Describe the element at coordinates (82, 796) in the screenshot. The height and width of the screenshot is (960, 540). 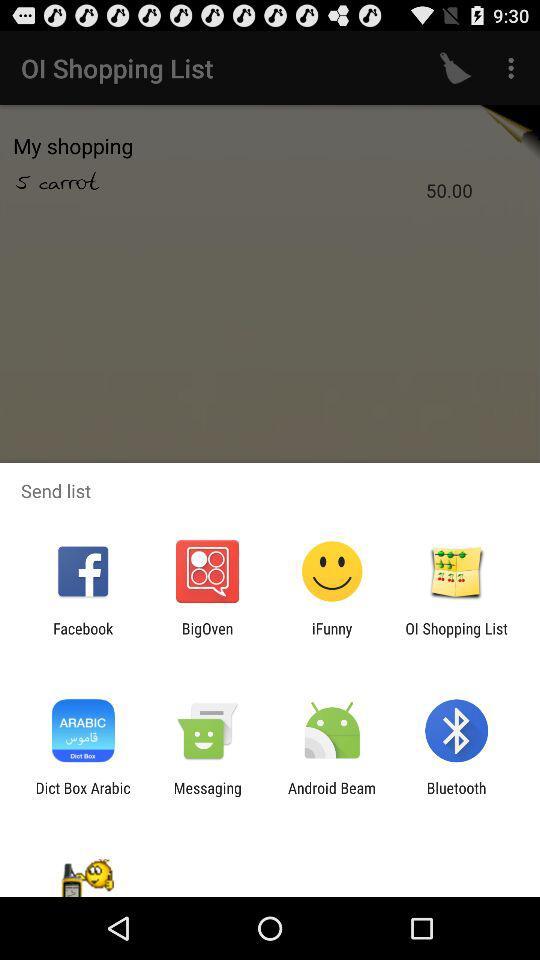
I see `the item next to messaging app` at that location.